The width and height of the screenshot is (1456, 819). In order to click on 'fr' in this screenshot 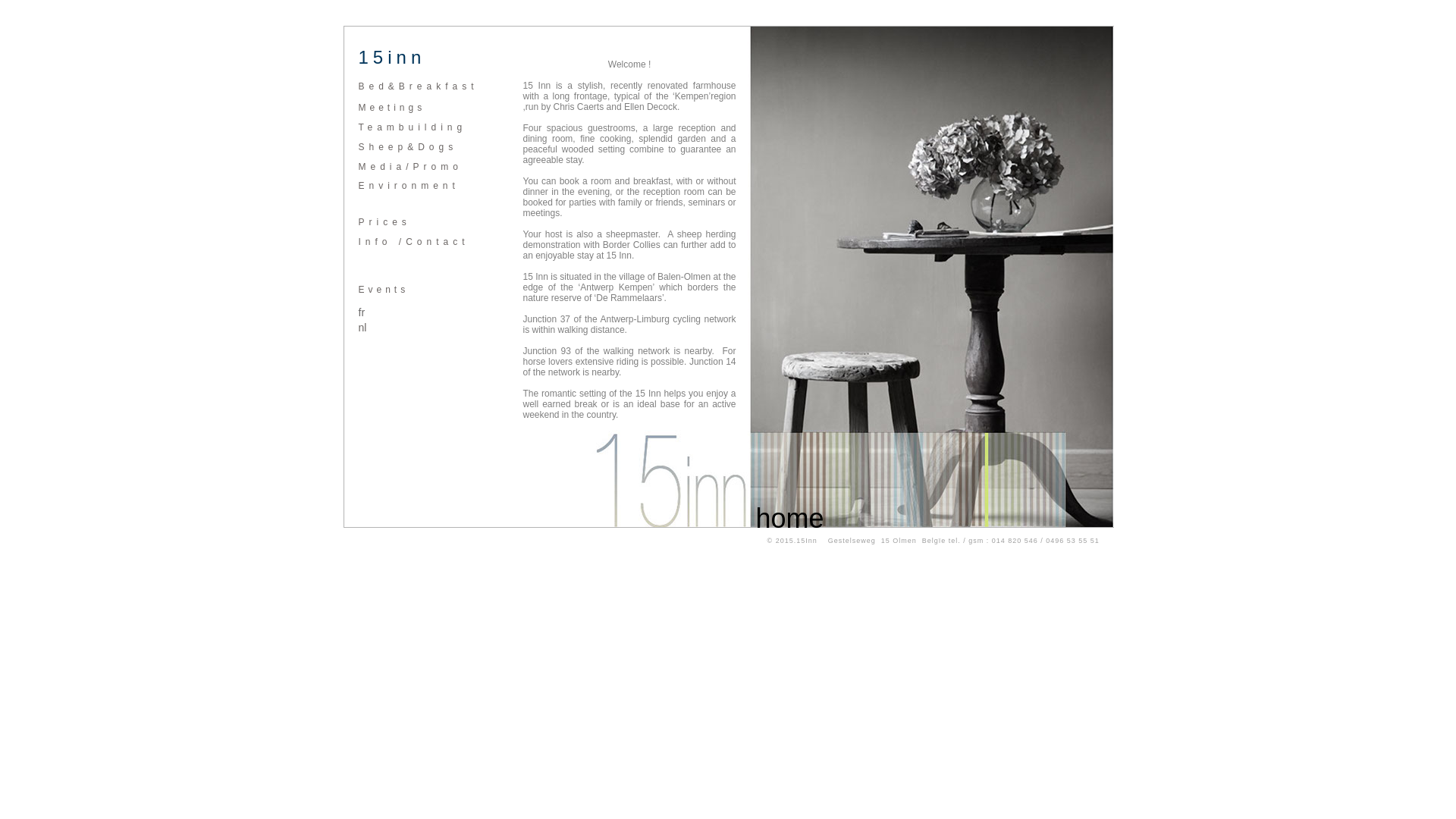, I will do `click(356, 312)`.